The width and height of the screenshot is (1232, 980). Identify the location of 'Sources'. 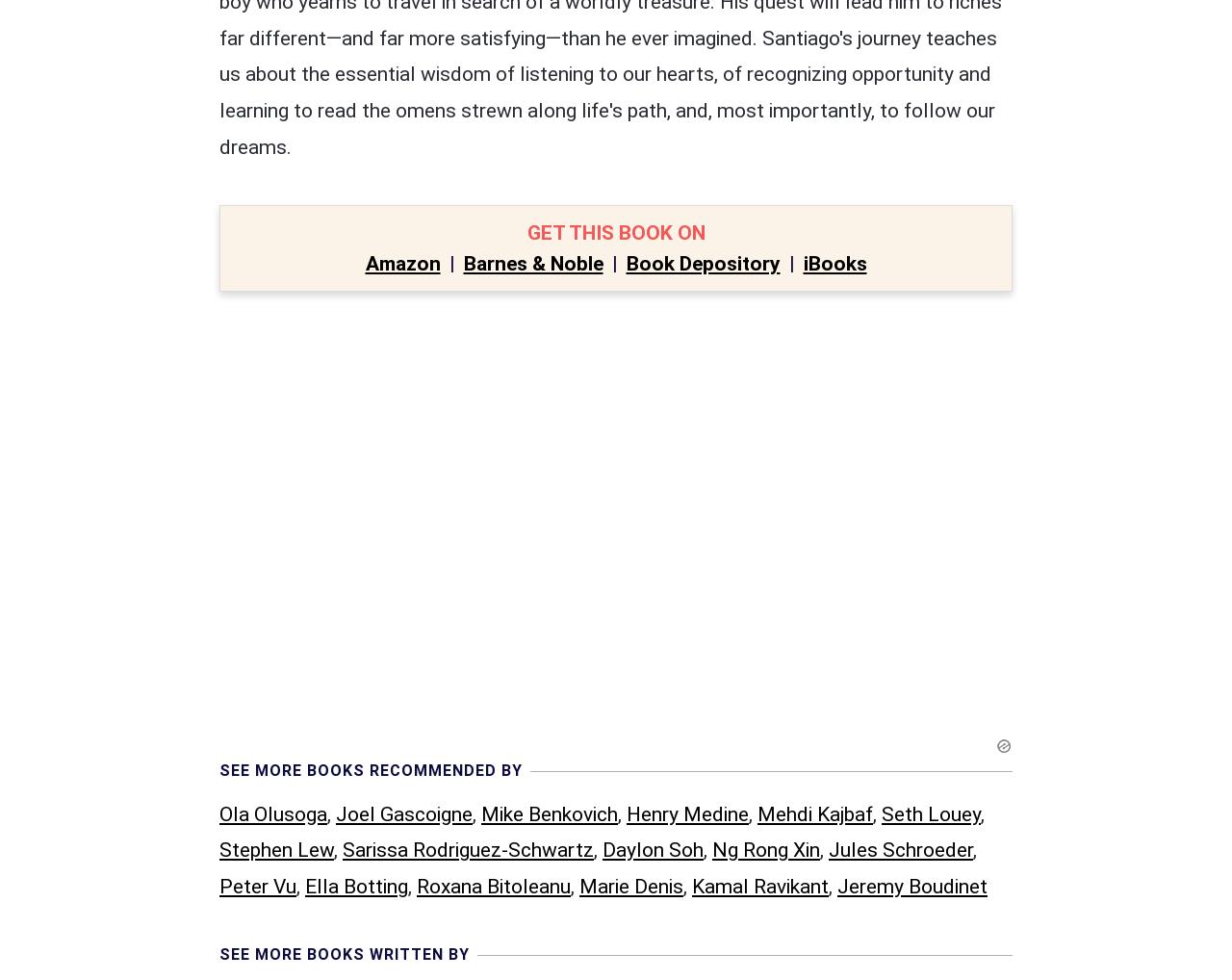
(258, 665).